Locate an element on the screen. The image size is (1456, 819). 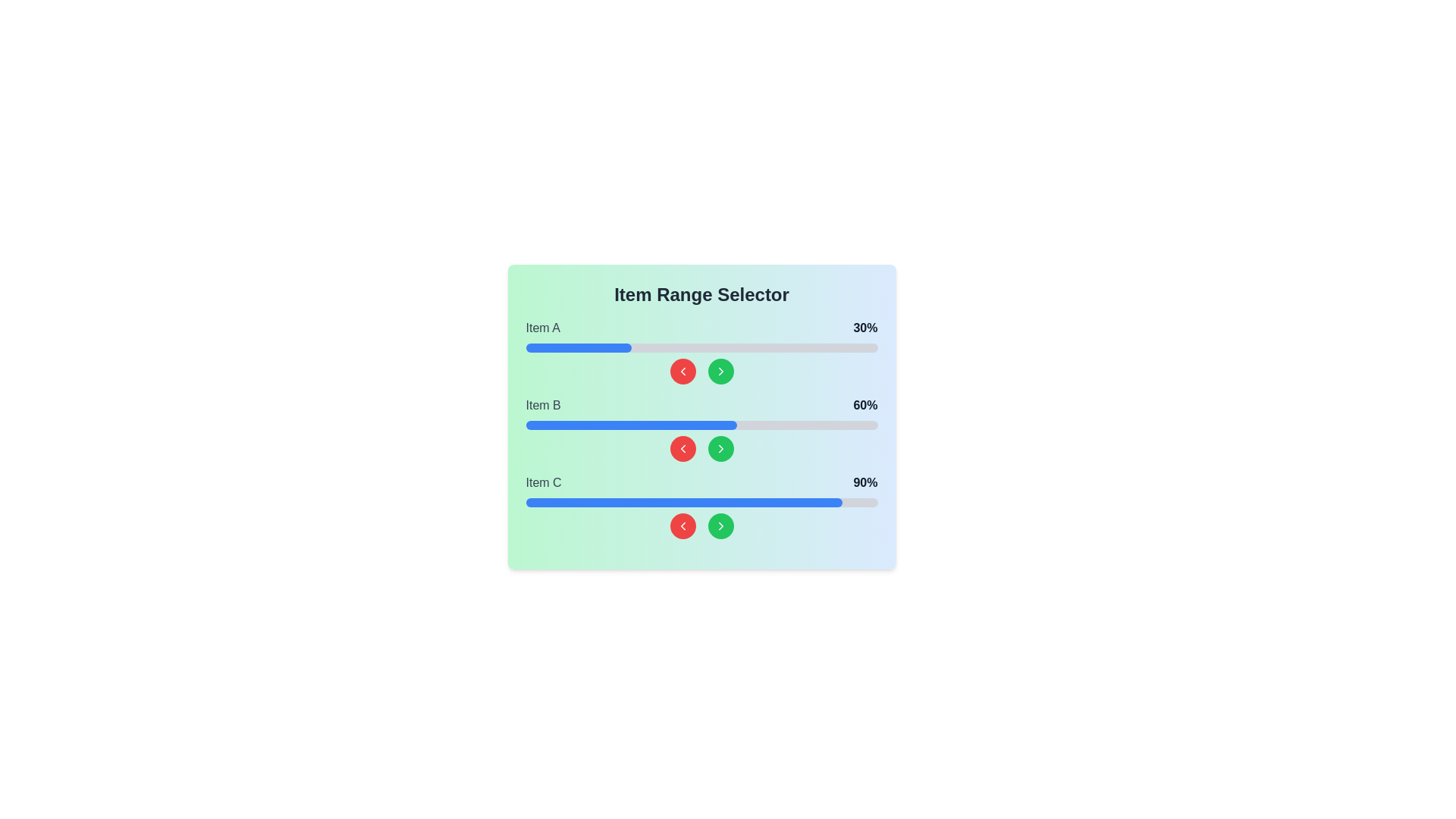
the Text Display showing '60%' in bold dark gray, which is the second value indicator in the 'Item Range Selector' interface, positioned to the right of 'Item B' is located at coordinates (865, 405).